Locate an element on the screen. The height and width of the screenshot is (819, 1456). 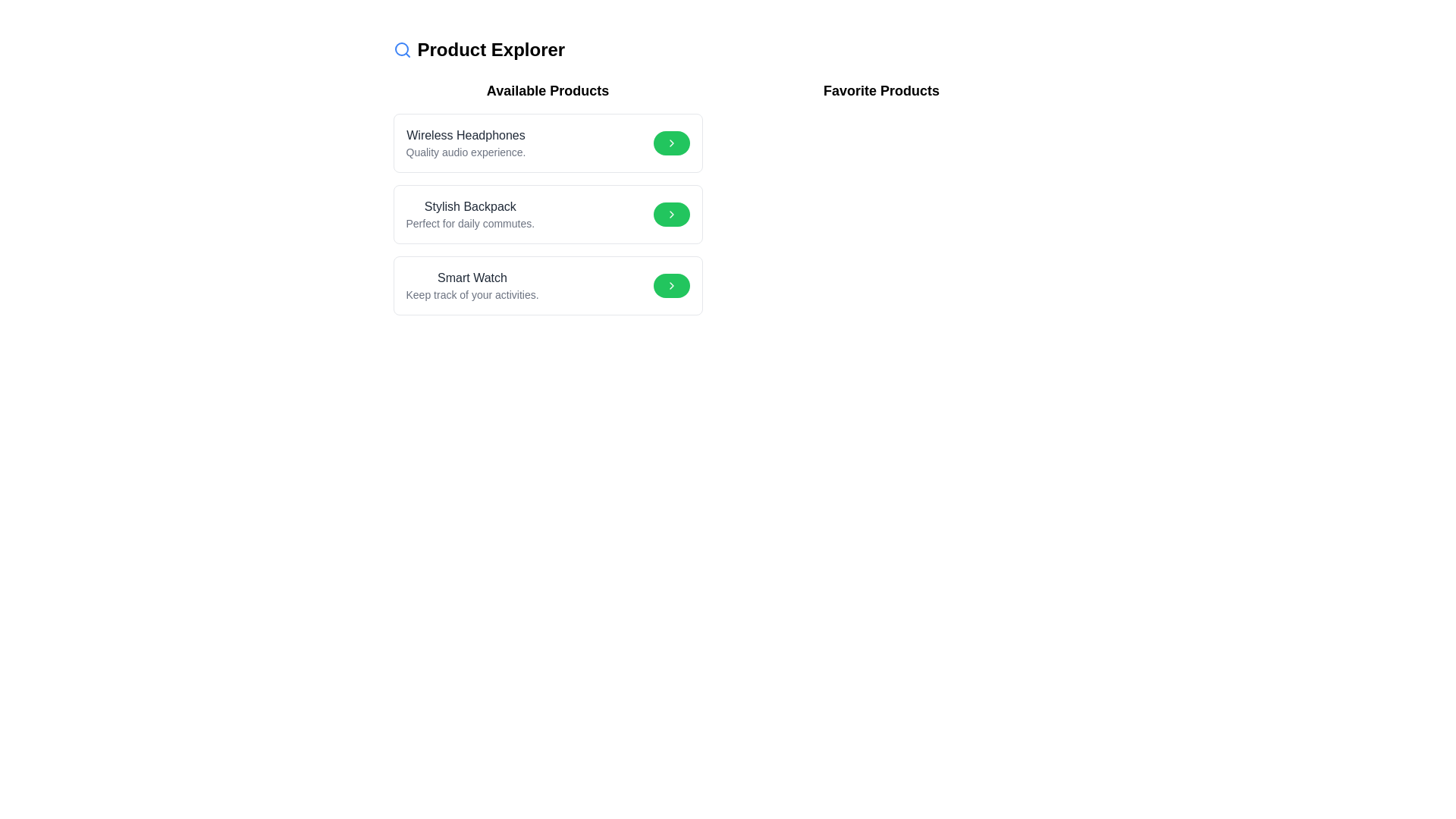
the chevron-shaped icon on the green button to the right of 'Wireless Headphones' for tooltip or effect is located at coordinates (670, 143).